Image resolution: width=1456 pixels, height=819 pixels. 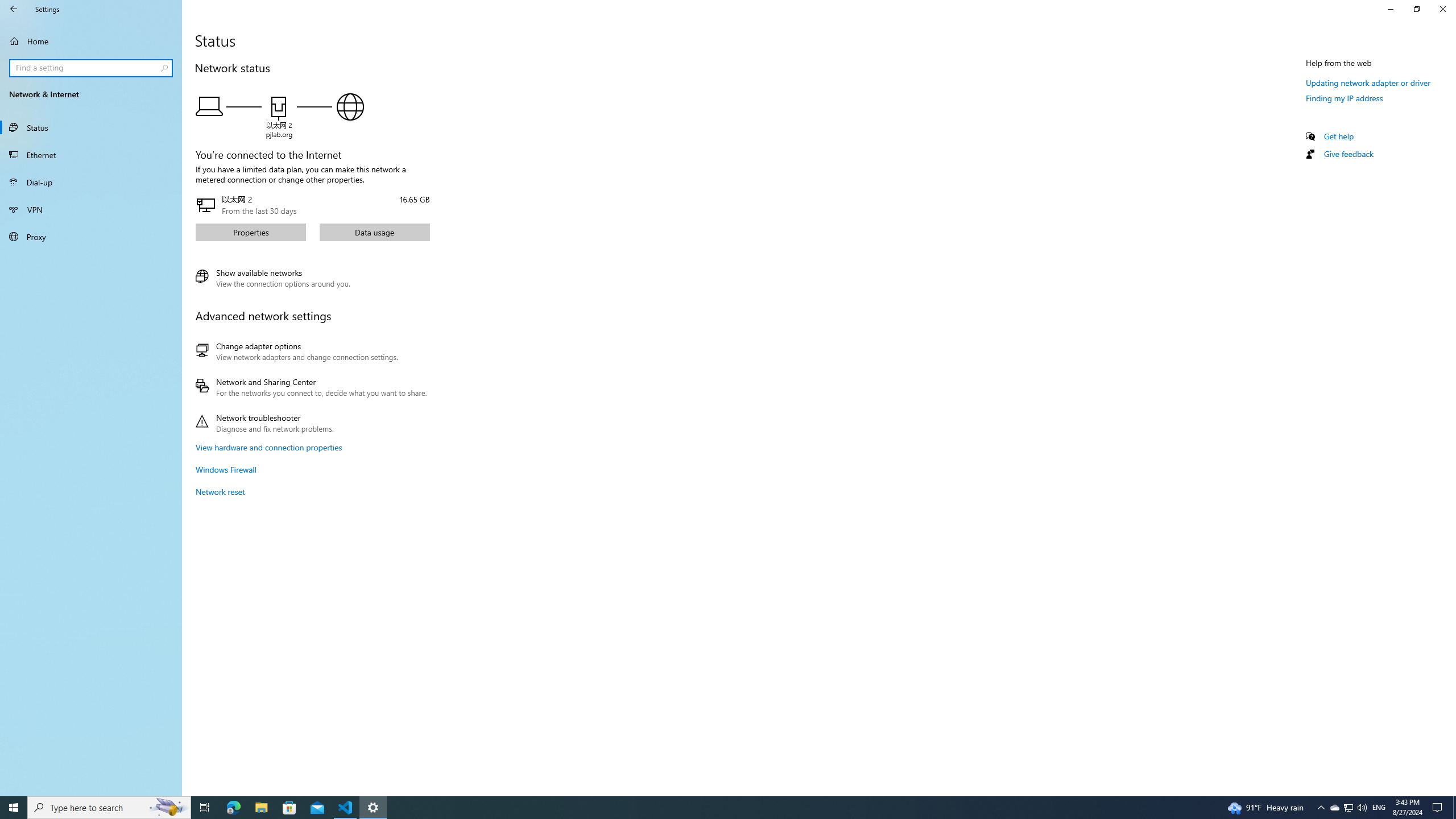 What do you see at coordinates (226, 469) in the screenshot?
I see `'Windows Firewall'` at bounding box center [226, 469].